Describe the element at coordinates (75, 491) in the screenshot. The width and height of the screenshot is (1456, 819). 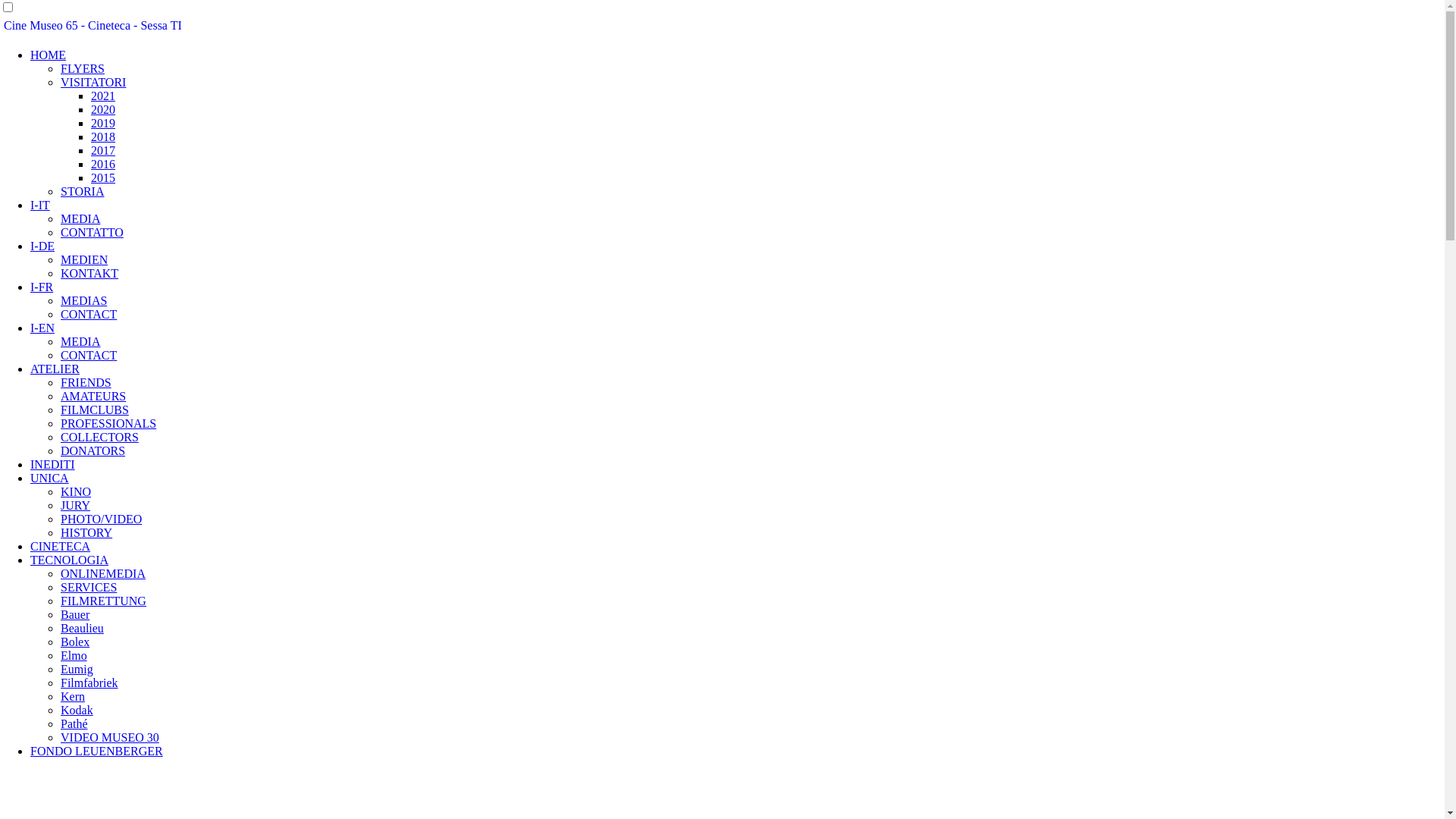
I see `'KINO'` at that location.